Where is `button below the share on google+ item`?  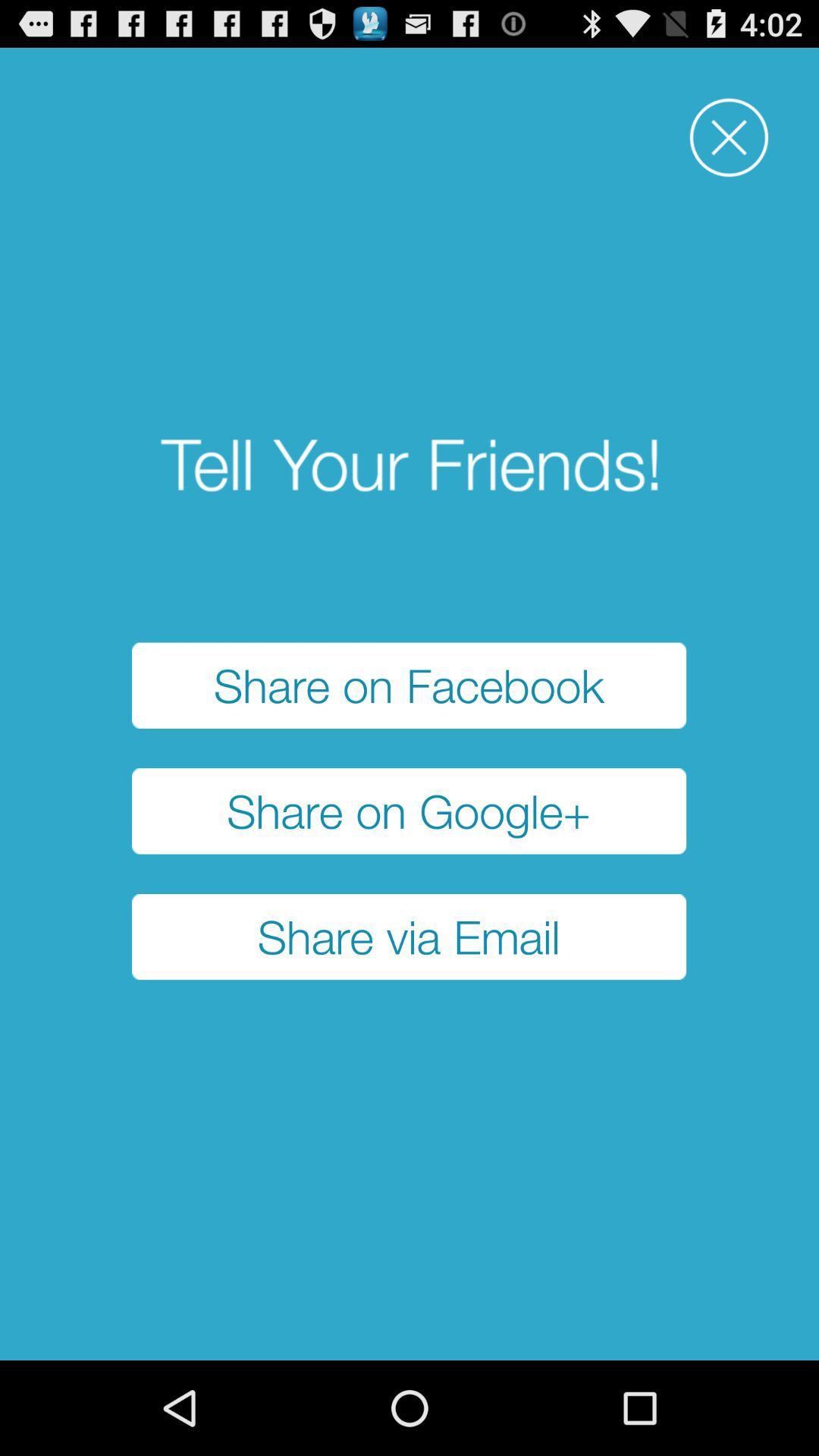
button below the share on google+ item is located at coordinates (408, 936).